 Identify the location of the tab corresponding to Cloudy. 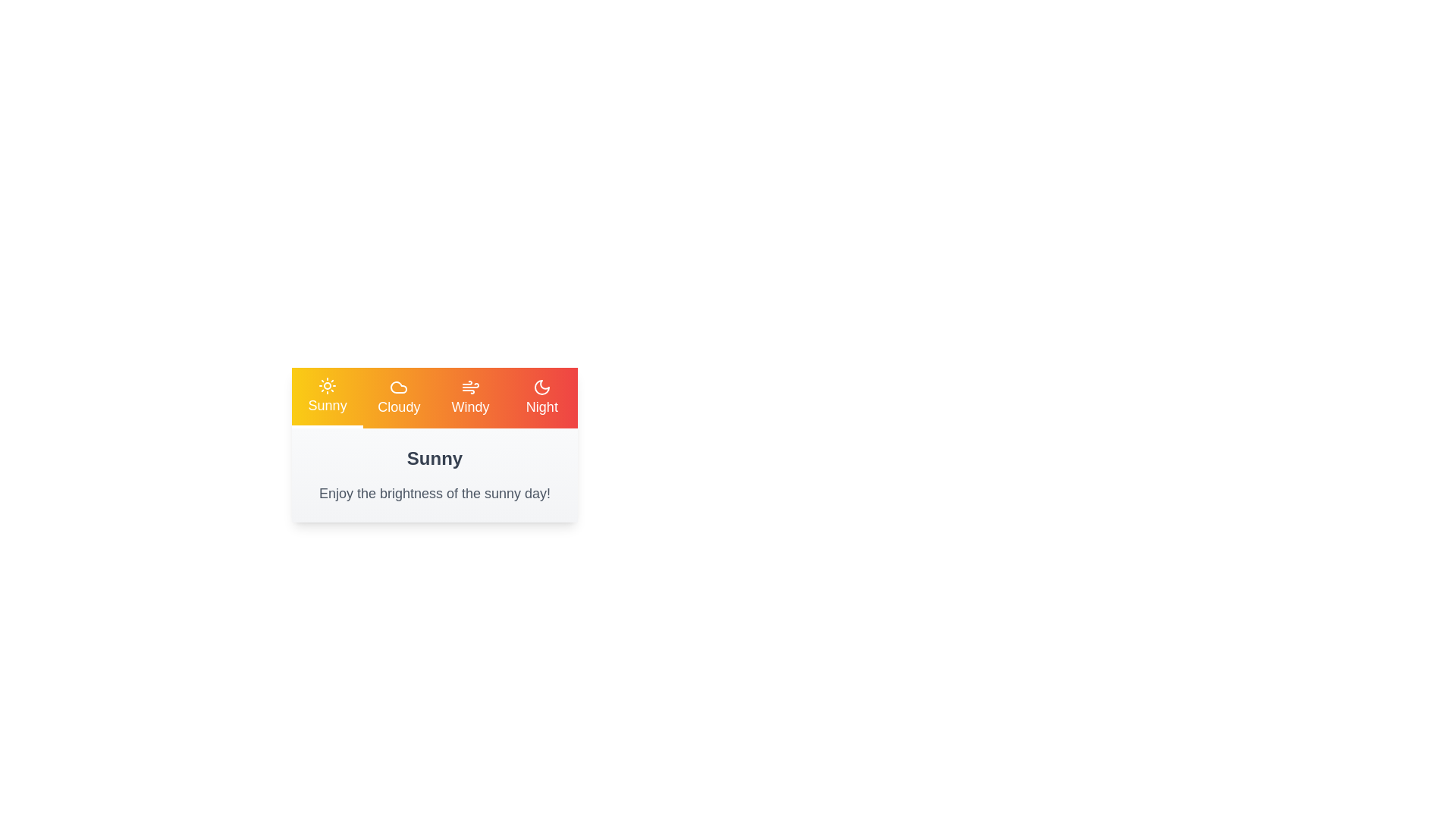
(399, 397).